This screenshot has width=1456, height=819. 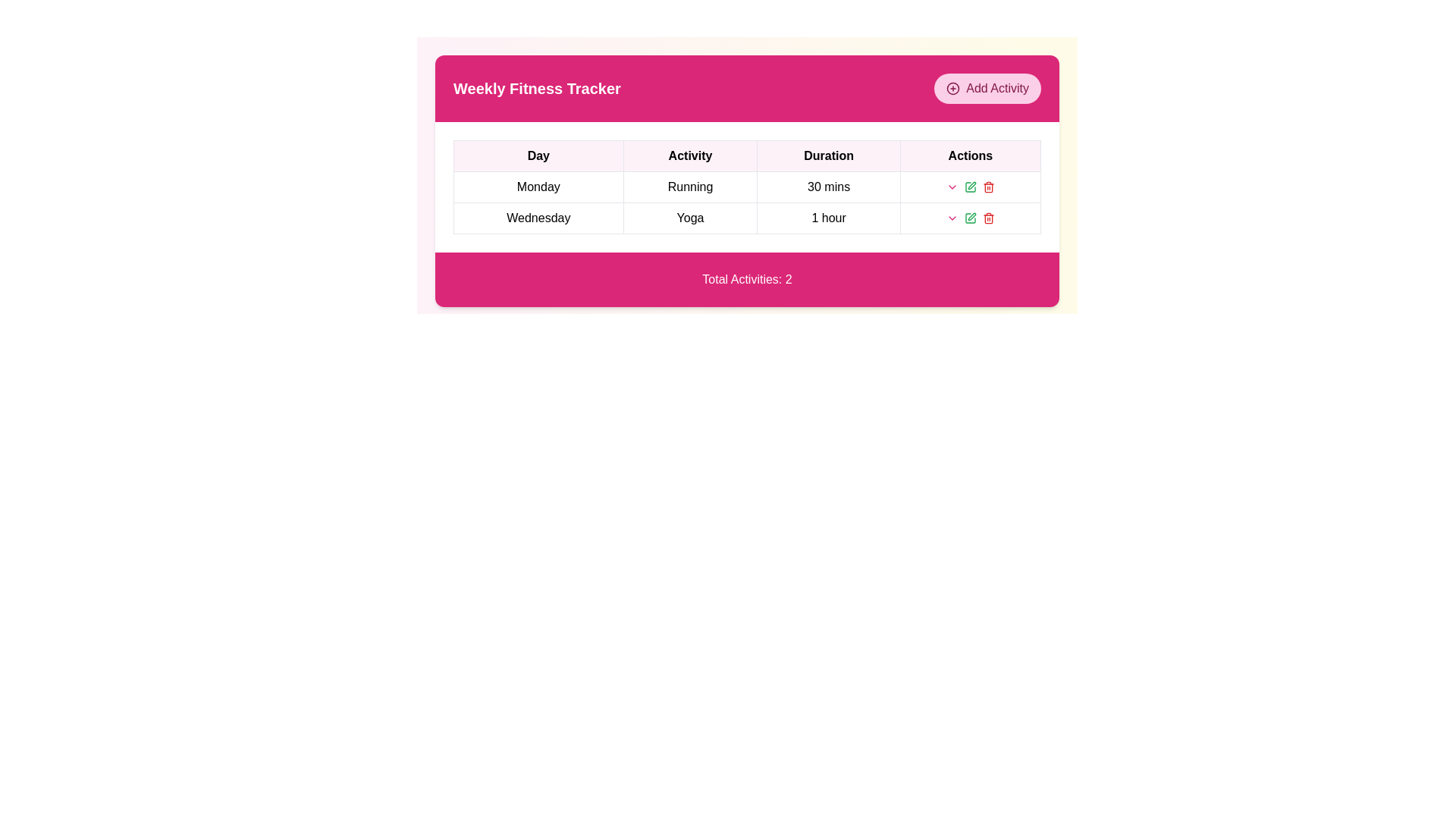 I want to click on the 'Duration' text element that displays the time information for the Yoga activity on Wednesday, so click(x=828, y=218).